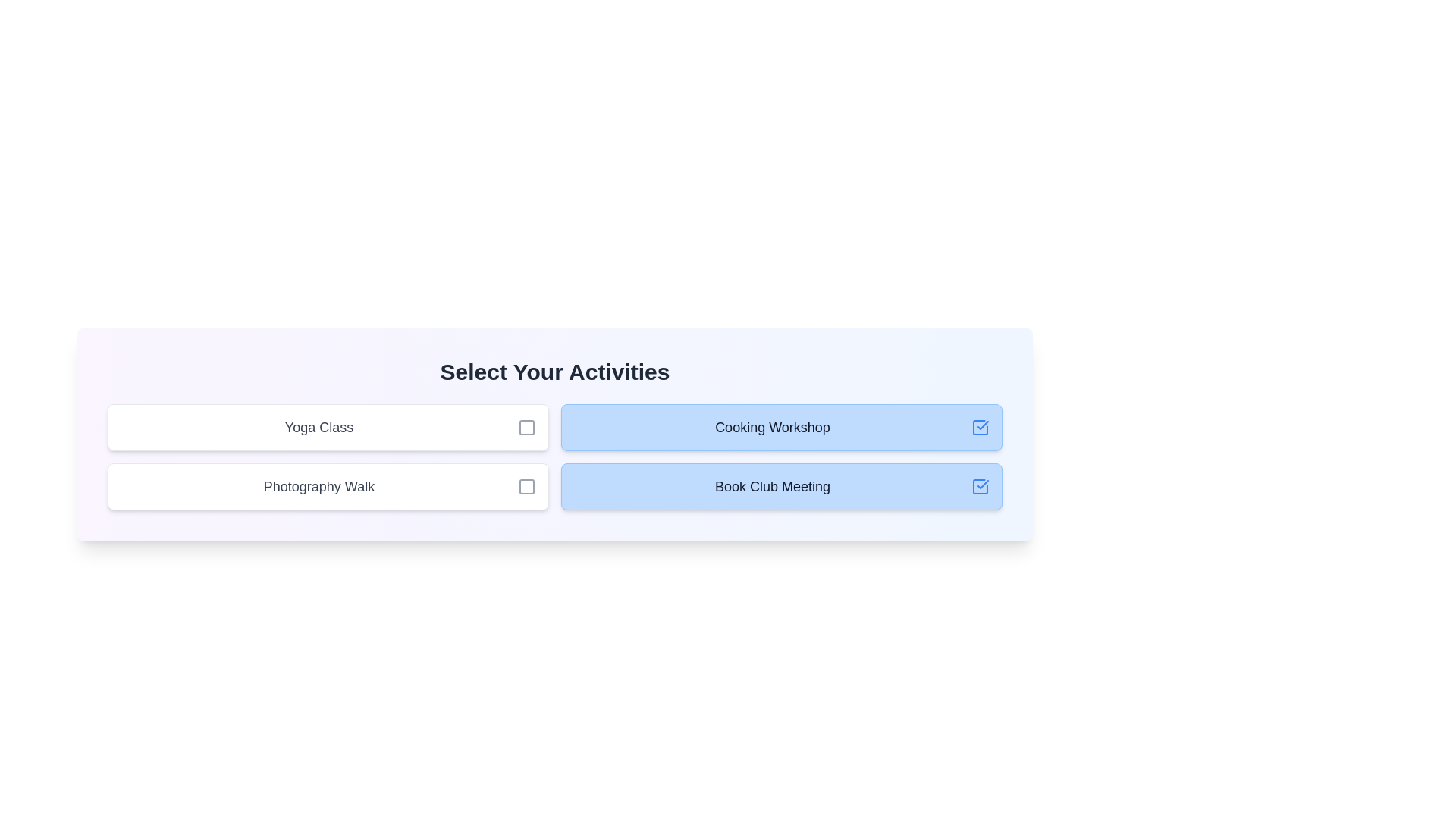 The image size is (1456, 819). What do you see at coordinates (527, 427) in the screenshot?
I see `the activity identified by its name Yoga Class` at bounding box center [527, 427].